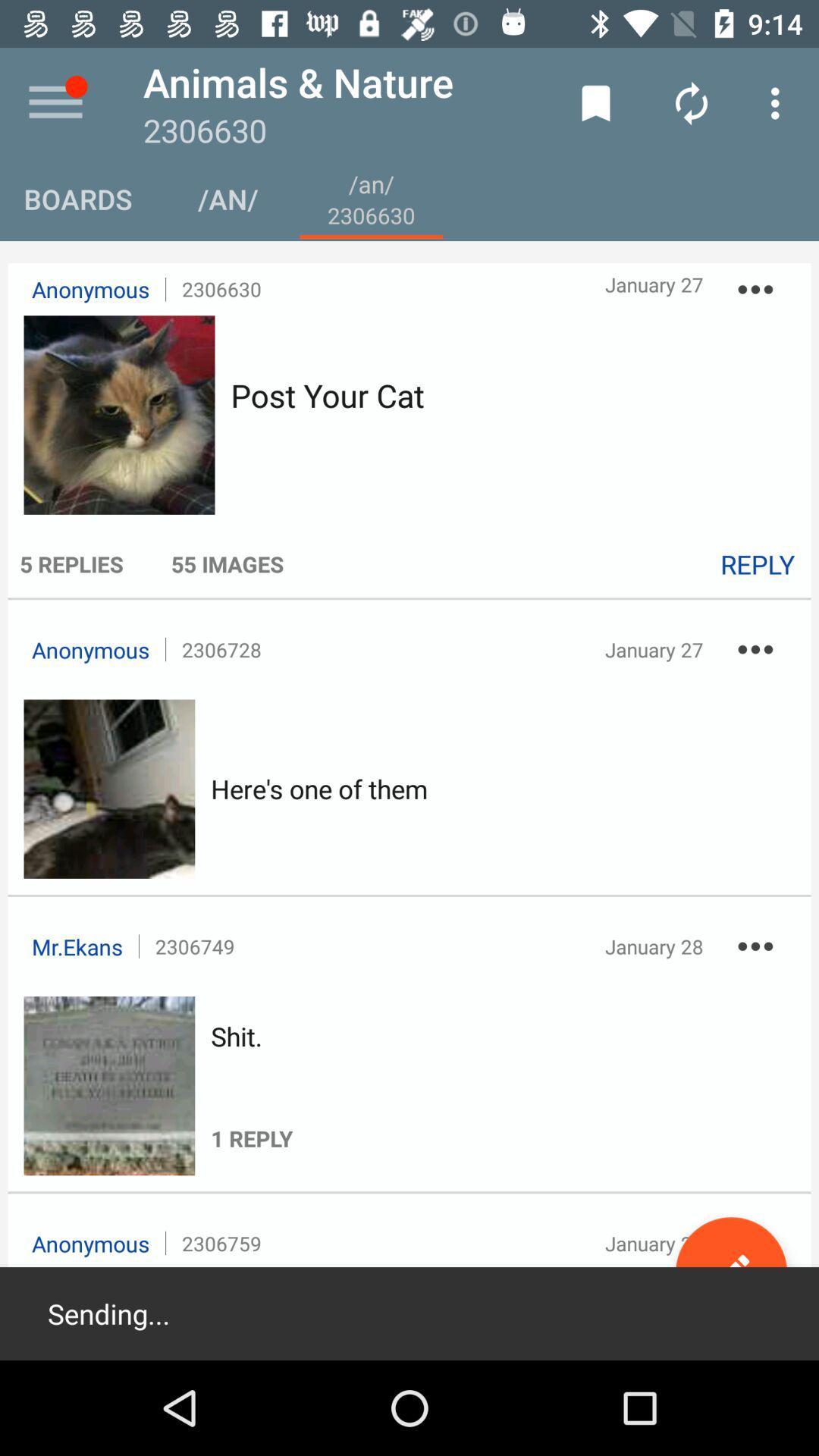 This screenshot has height=1456, width=819. Describe the element at coordinates (755, 649) in the screenshot. I see `icon below reply item` at that location.